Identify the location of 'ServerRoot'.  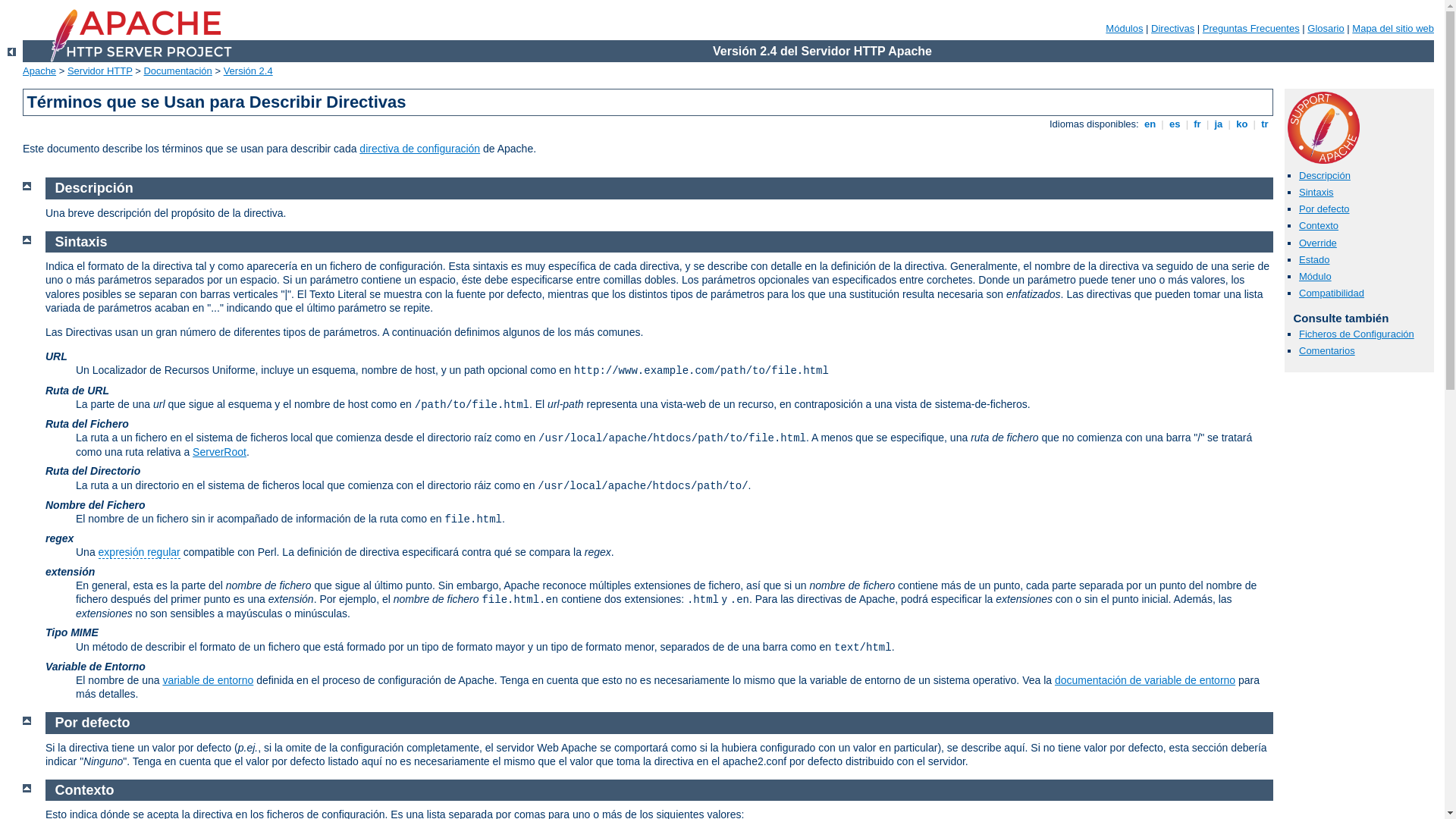
(218, 451).